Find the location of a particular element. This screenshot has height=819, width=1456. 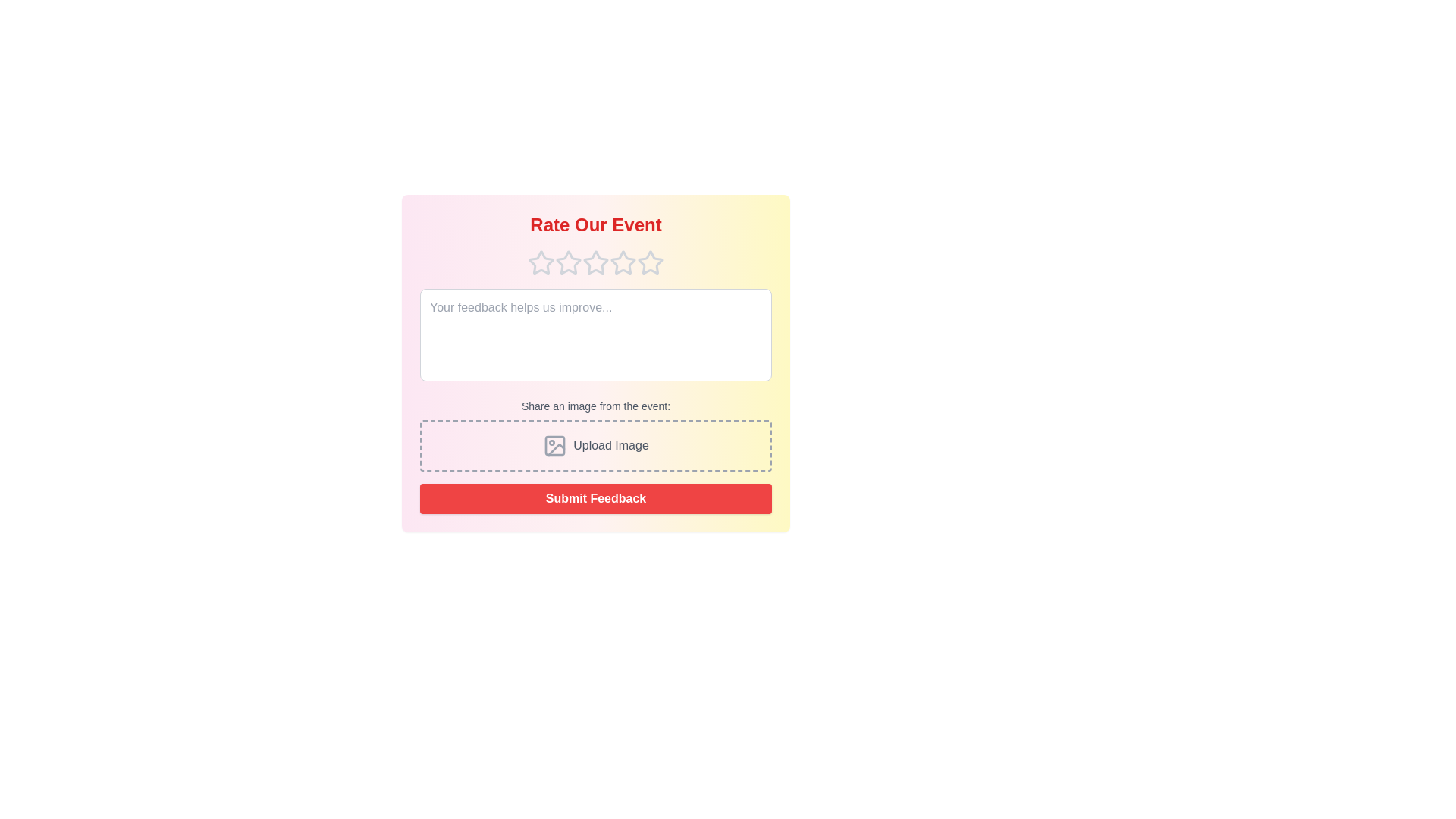

the 'Submit Feedback' button to submit the feedback is located at coordinates (595, 499).